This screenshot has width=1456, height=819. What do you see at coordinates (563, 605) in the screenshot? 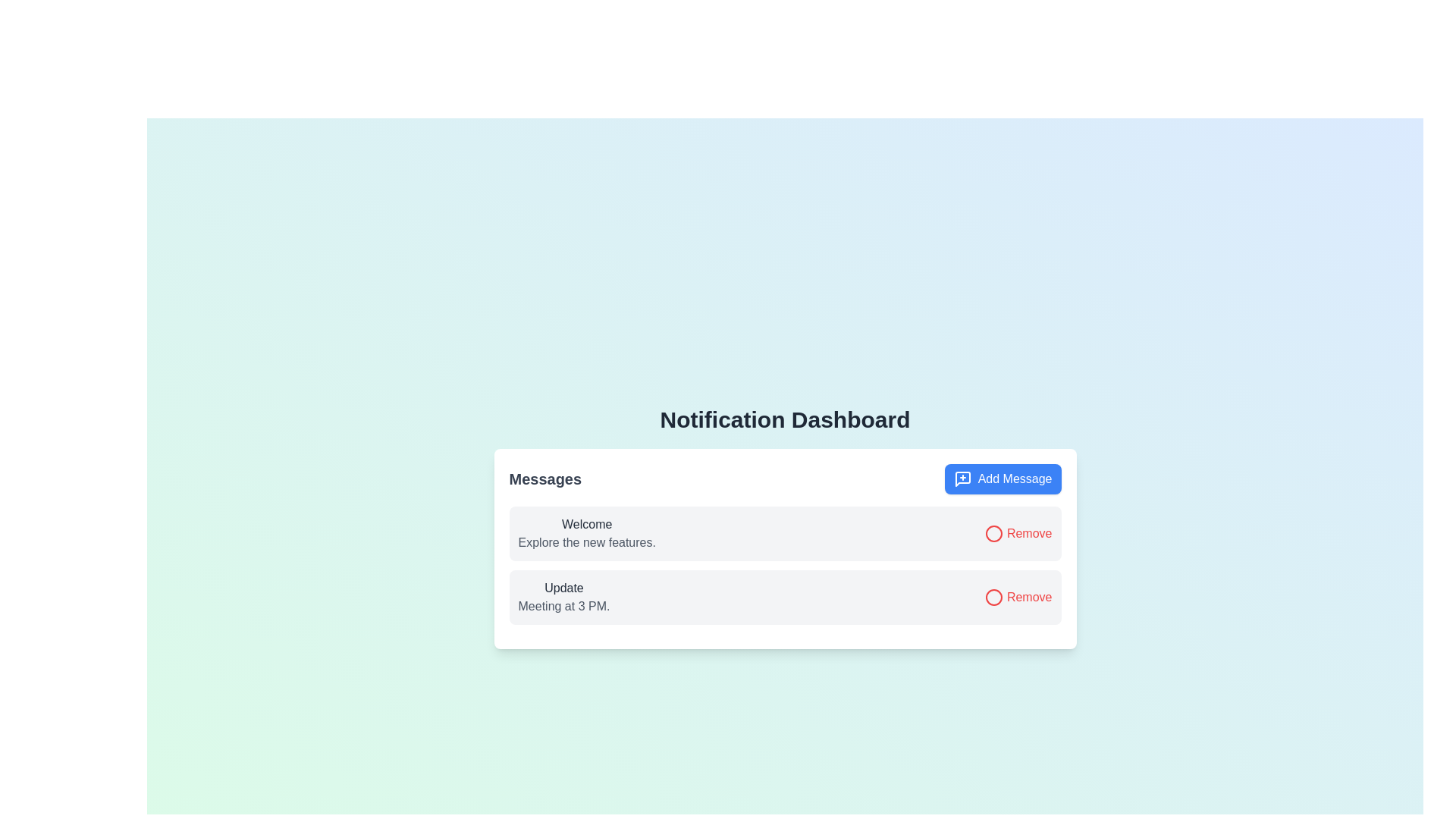
I see `the static text content displaying the message 'Meeting at 3 PM.' located in the second row of the message card under the 'Messages' header in the Notification Dashboard` at bounding box center [563, 605].